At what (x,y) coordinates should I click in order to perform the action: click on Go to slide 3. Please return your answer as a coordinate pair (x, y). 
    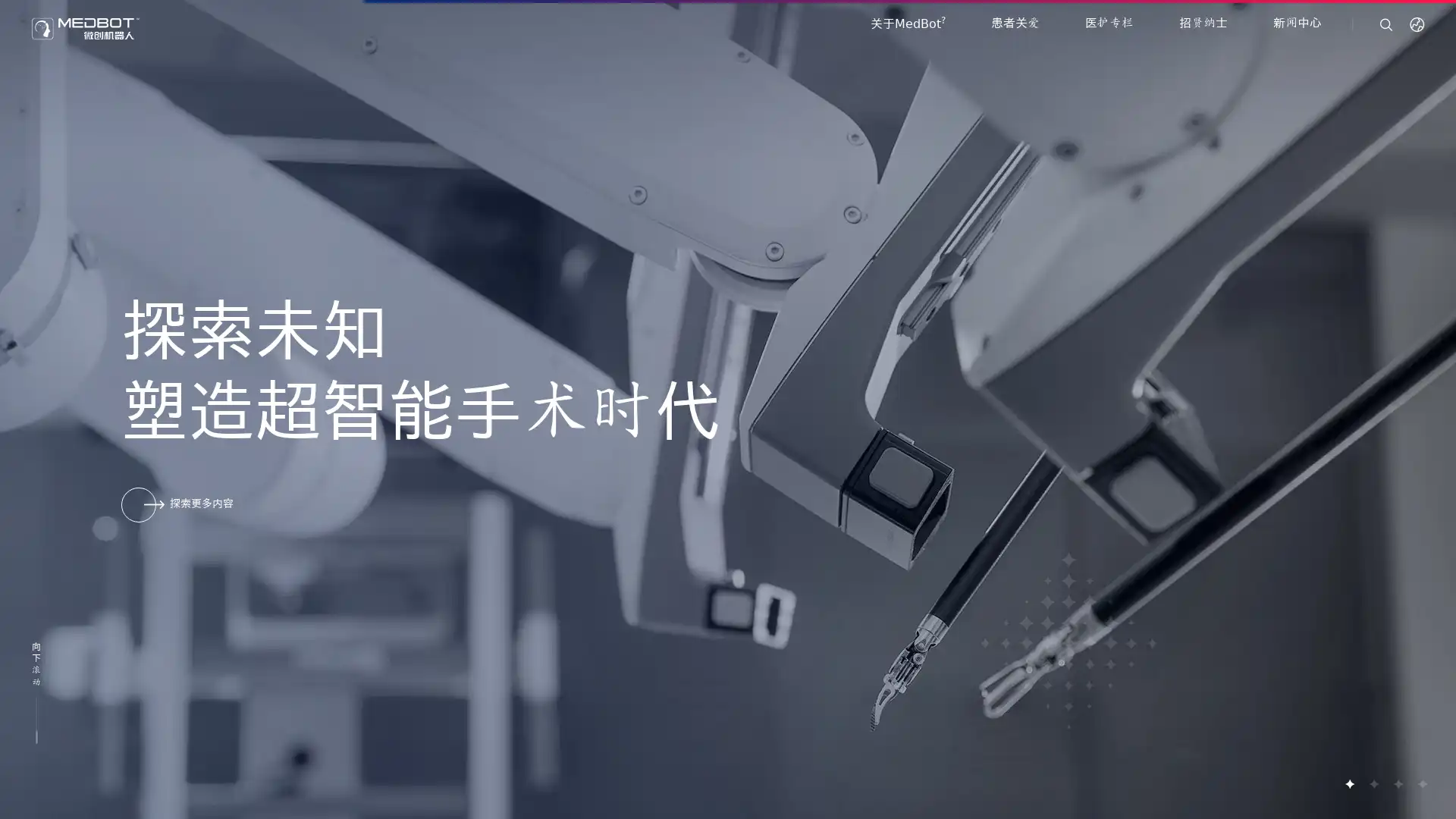
    Looking at the image, I should click on (1397, 783).